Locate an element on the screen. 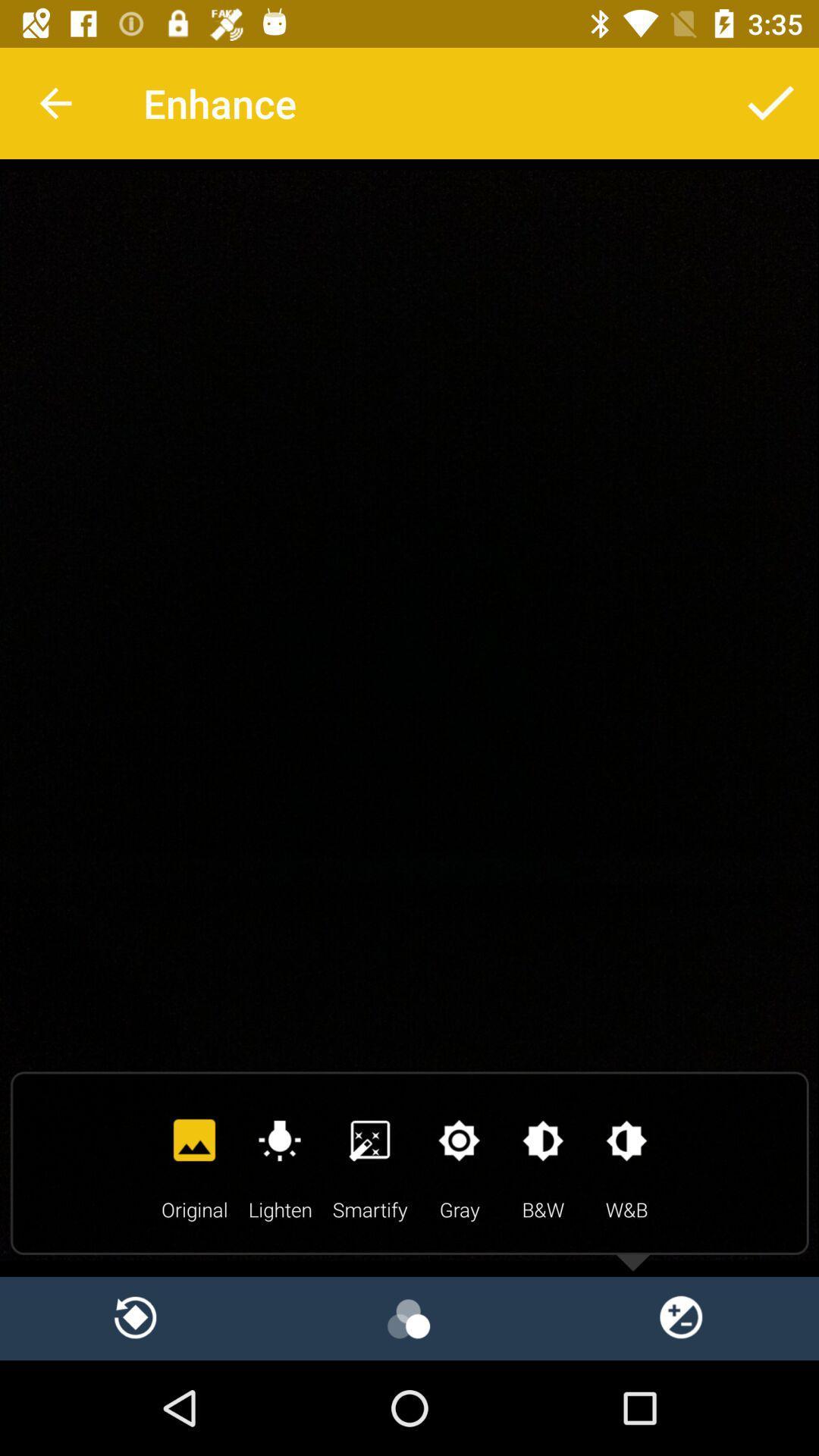 This screenshot has height=1456, width=819. refresh is located at coordinates (136, 1317).